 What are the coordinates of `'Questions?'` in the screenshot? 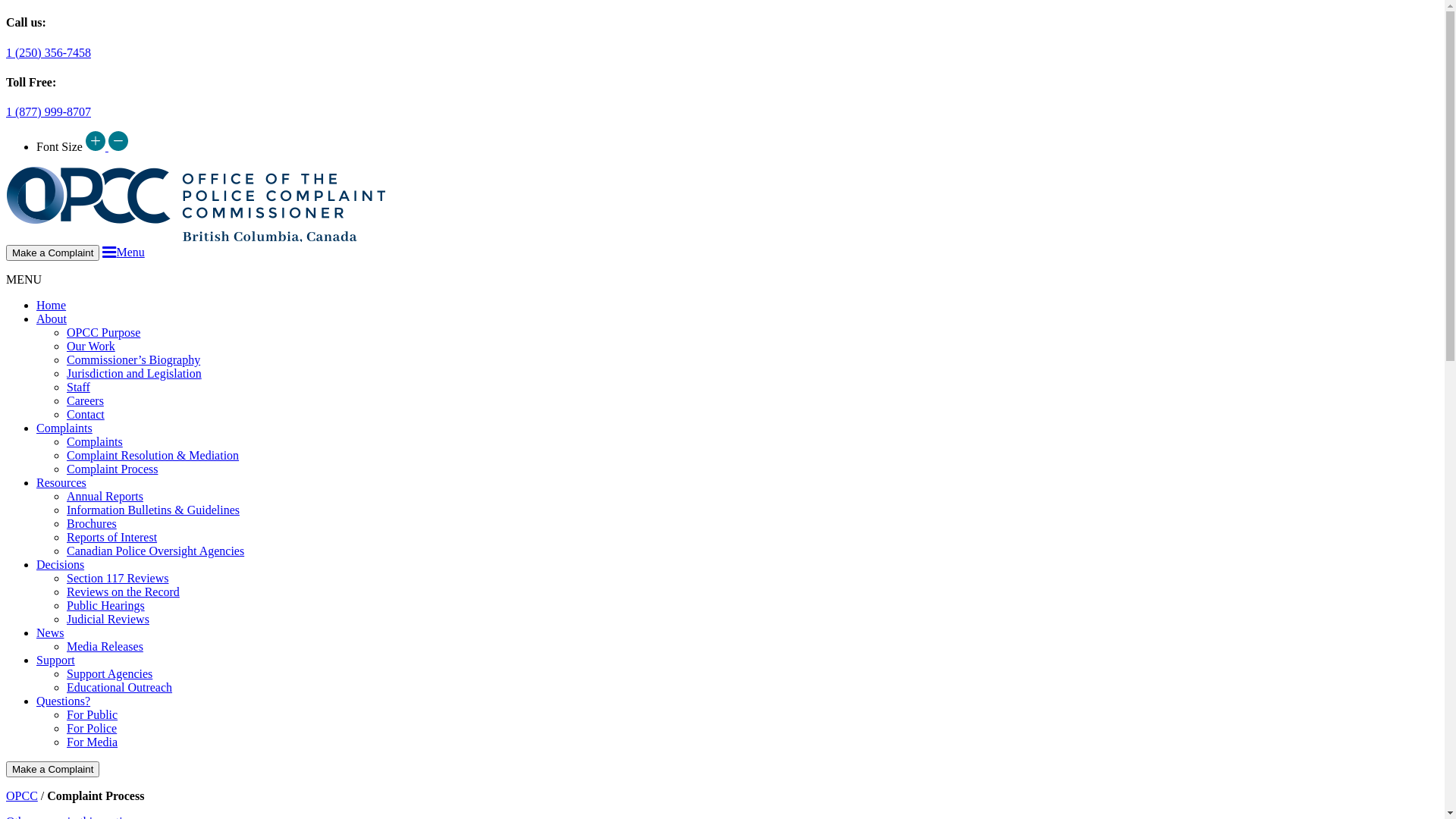 It's located at (62, 701).